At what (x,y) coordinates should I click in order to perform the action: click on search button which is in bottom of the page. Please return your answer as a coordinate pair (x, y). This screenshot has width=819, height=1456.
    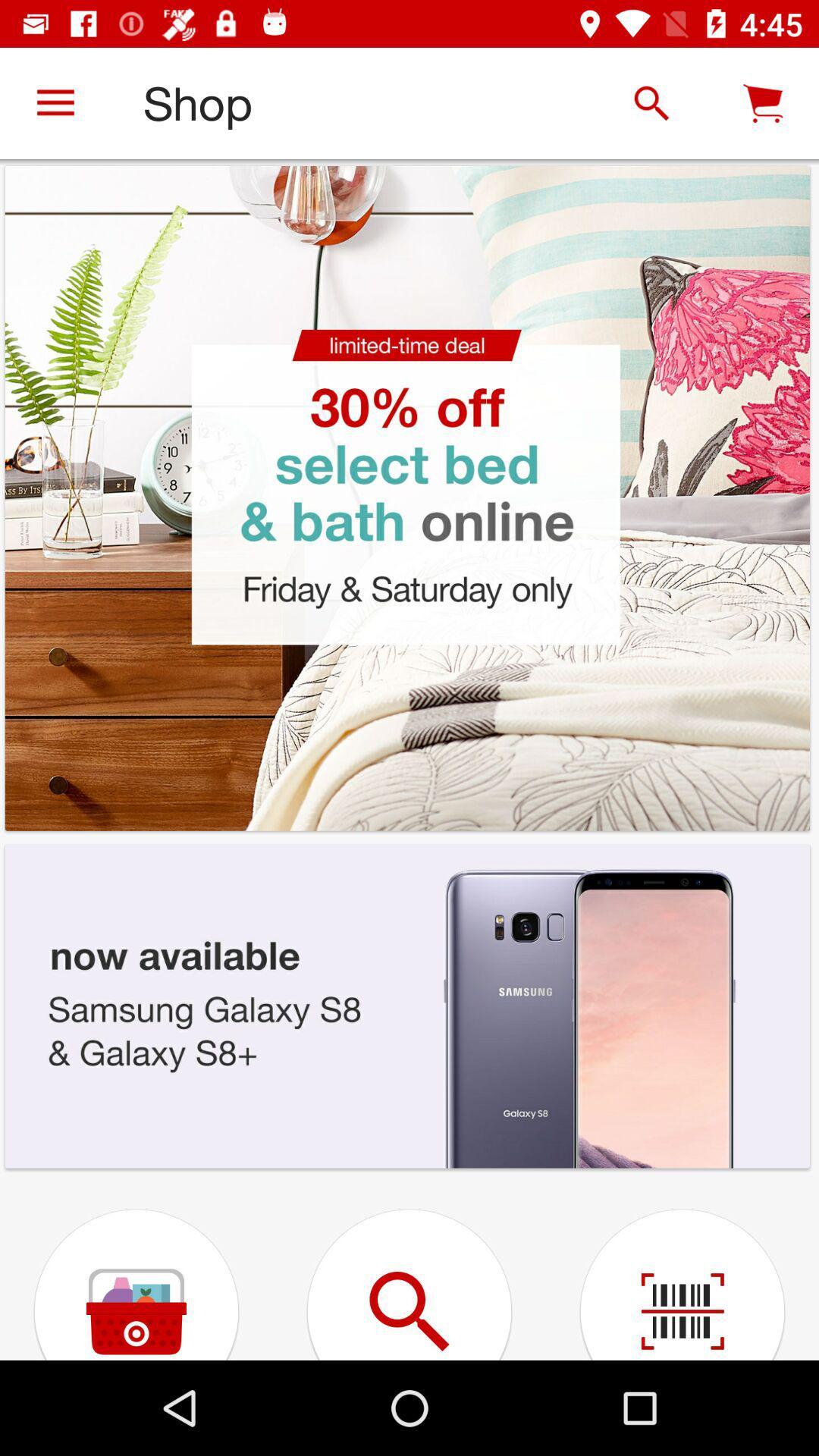
    Looking at the image, I should click on (409, 1267).